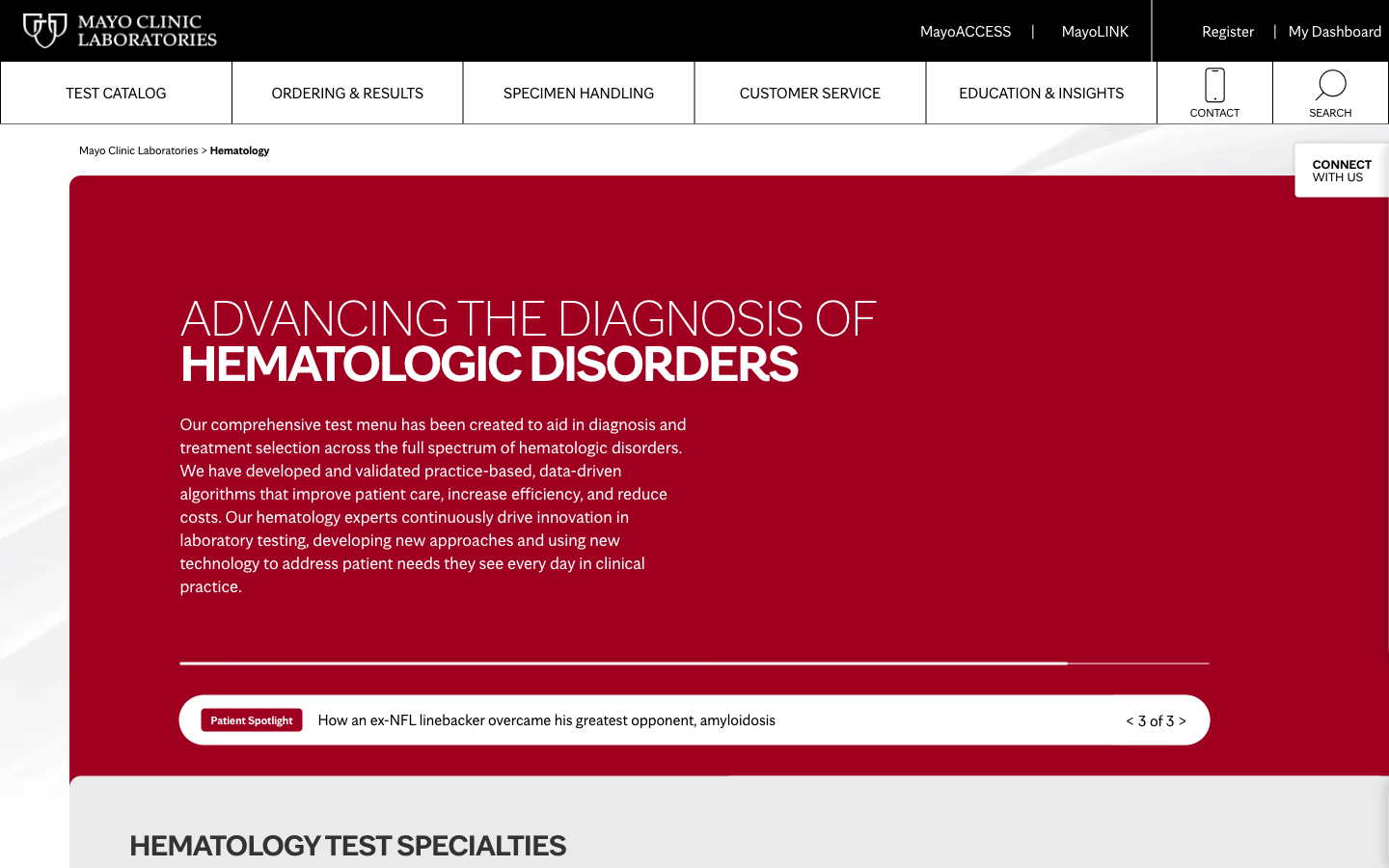 Image resolution: width=1389 pixels, height=868 pixels. I want to click on Reach out to Mayoclinic labs, so click(1213, 92).